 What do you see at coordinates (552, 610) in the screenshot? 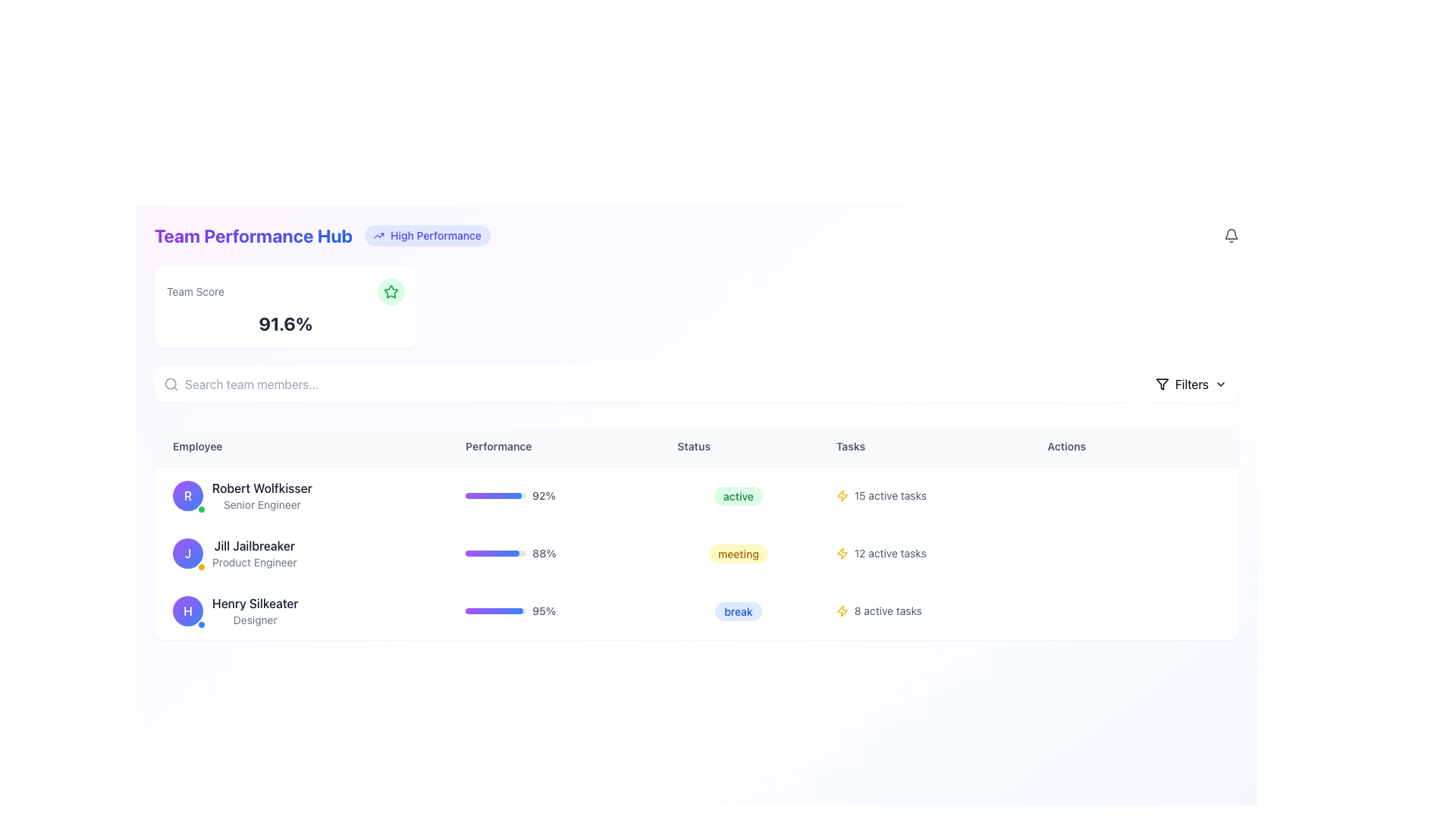
I see `the progress bar element indicating the performance percentage for the employee 'Henry Silkeater'` at bounding box center [552, 610].